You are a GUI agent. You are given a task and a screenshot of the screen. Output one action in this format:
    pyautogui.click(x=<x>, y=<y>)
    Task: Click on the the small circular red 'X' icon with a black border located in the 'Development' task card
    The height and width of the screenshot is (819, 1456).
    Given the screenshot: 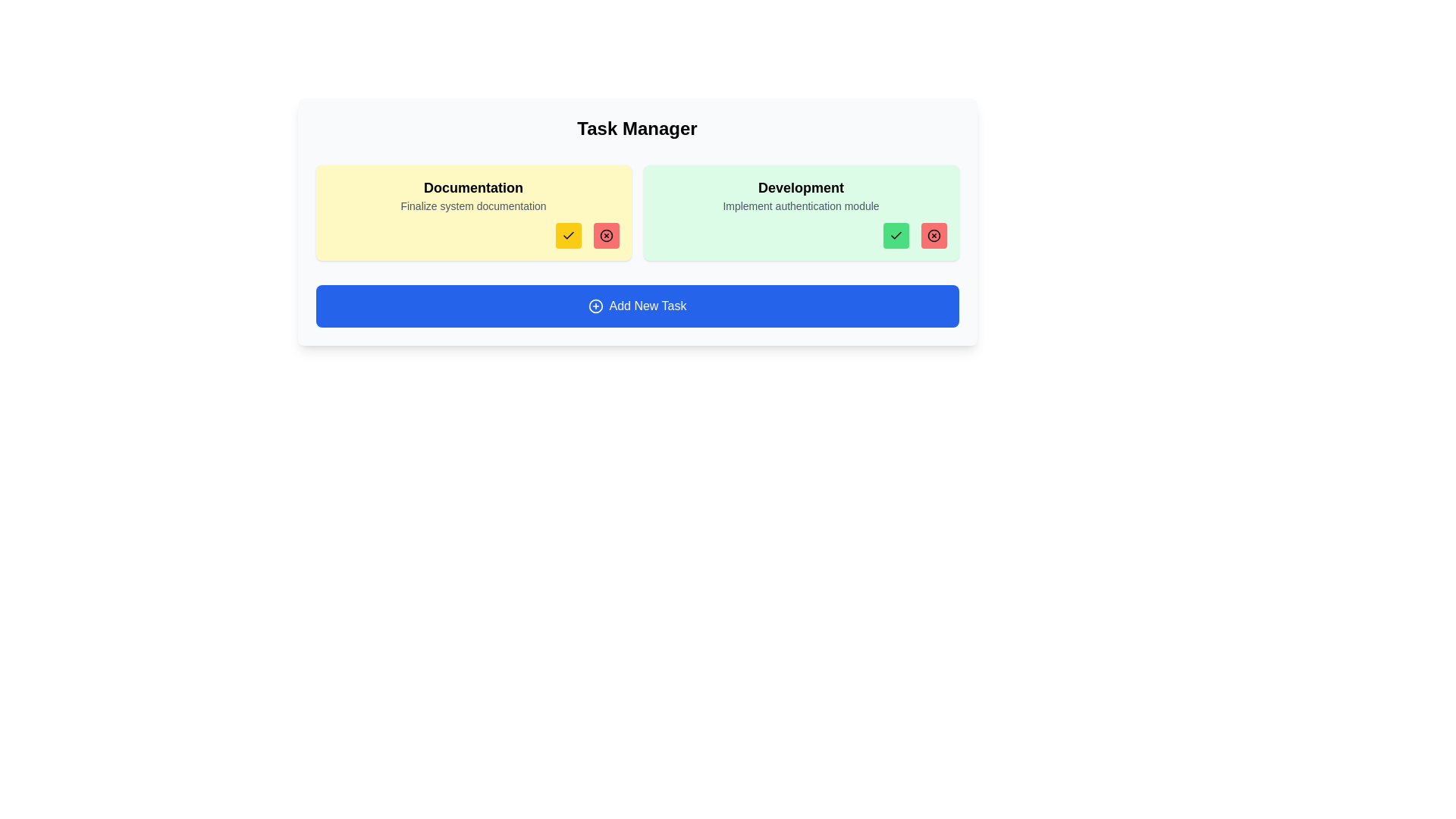 What is the action you would take?
    pyautogui.click(x=933, y=236)
    